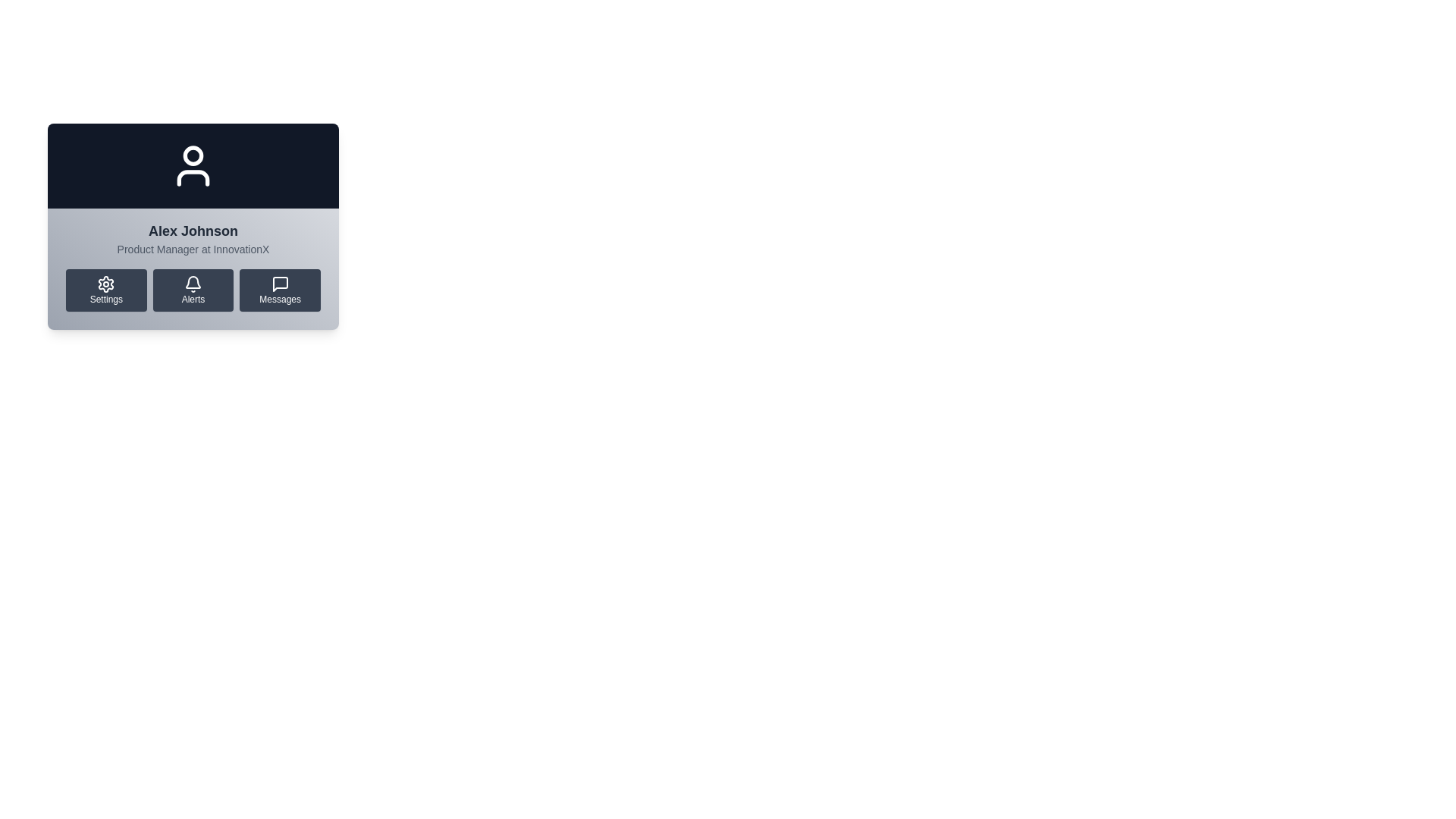 The image size is (1456, 819). Describe the element at coordinates (280, 284) in the screenshot. I see `the stylized speech bubble icon embedded within the 'Messages' button, which is the third icon in a horizontal row of three buttons` at that location.